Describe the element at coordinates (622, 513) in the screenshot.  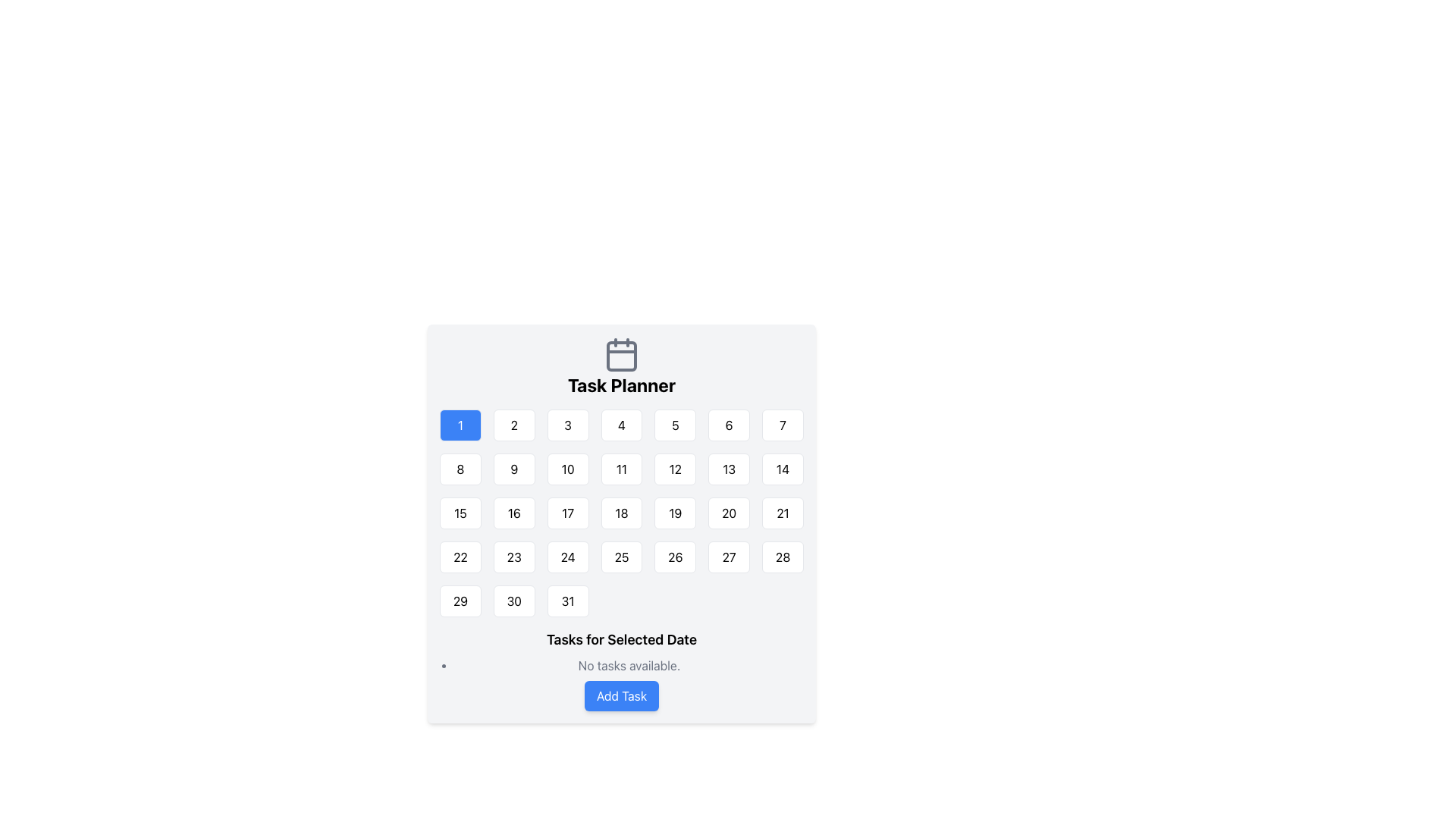
I see `the button in the fifth row and fourth column of the Task Planner calendar` at that location.